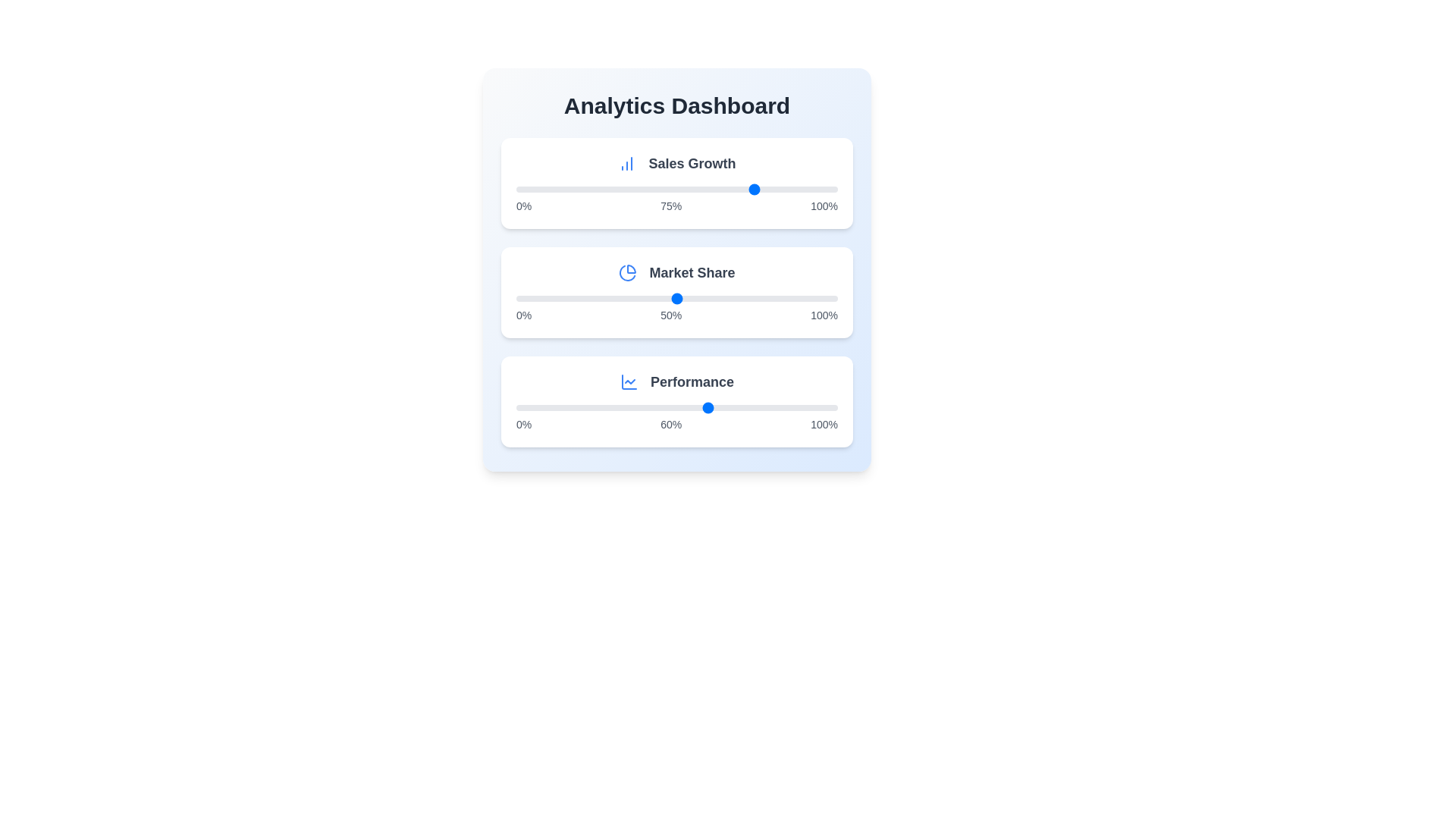 The height and width of the screenshot is (819, 1456). Describe the element at coordinates (773, 189) in the screenshot. I see `the 'Sales Growth' slider to 80%` at that location.